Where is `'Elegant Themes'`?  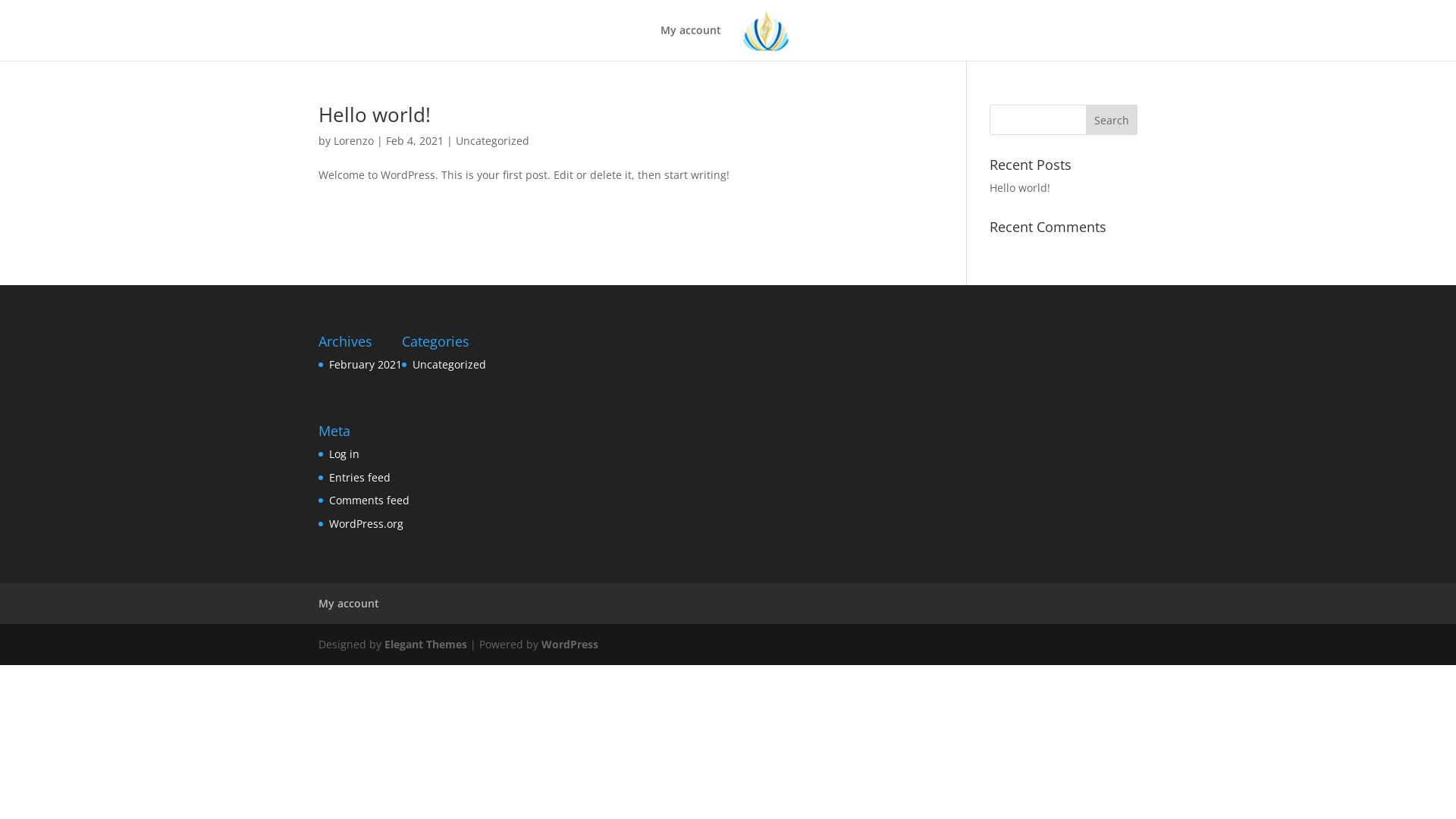
'Elegant Themes' is located at coordinates (425, 644).